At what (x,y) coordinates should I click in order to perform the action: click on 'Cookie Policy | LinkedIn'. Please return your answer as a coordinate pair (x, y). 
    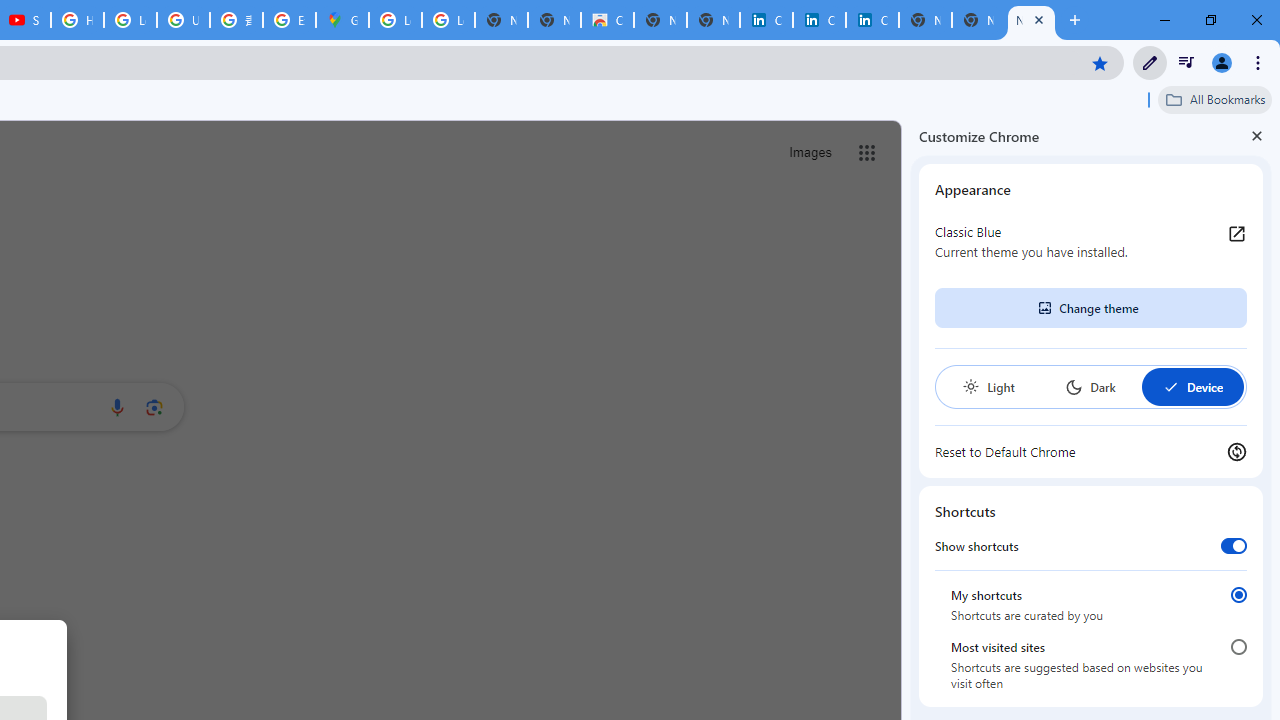
    Looking at the image, I should click on (765, 20).